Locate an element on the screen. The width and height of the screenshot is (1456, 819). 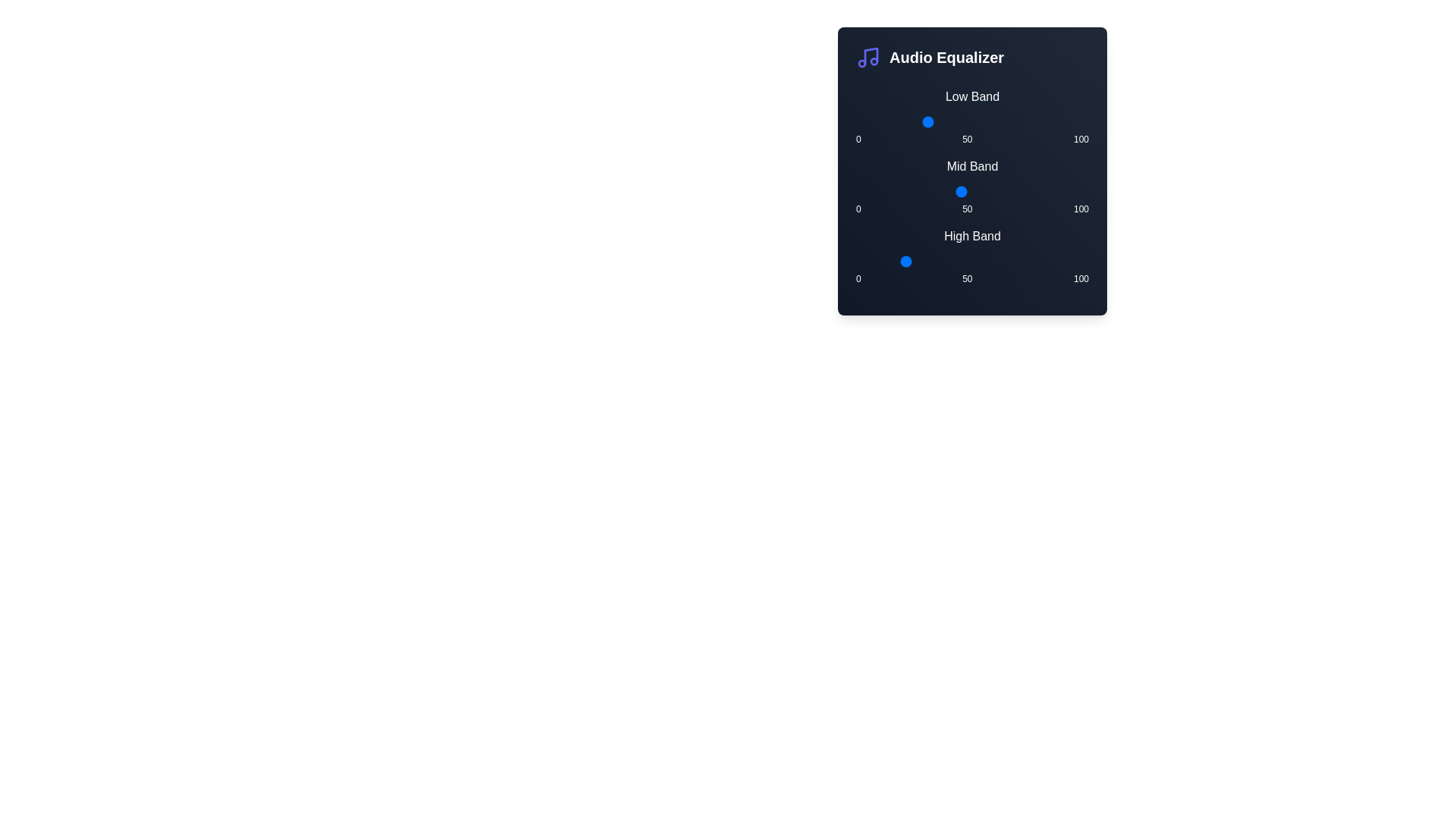
the Low Band slider to set its value to 41 is located at coordinates (950, 121).